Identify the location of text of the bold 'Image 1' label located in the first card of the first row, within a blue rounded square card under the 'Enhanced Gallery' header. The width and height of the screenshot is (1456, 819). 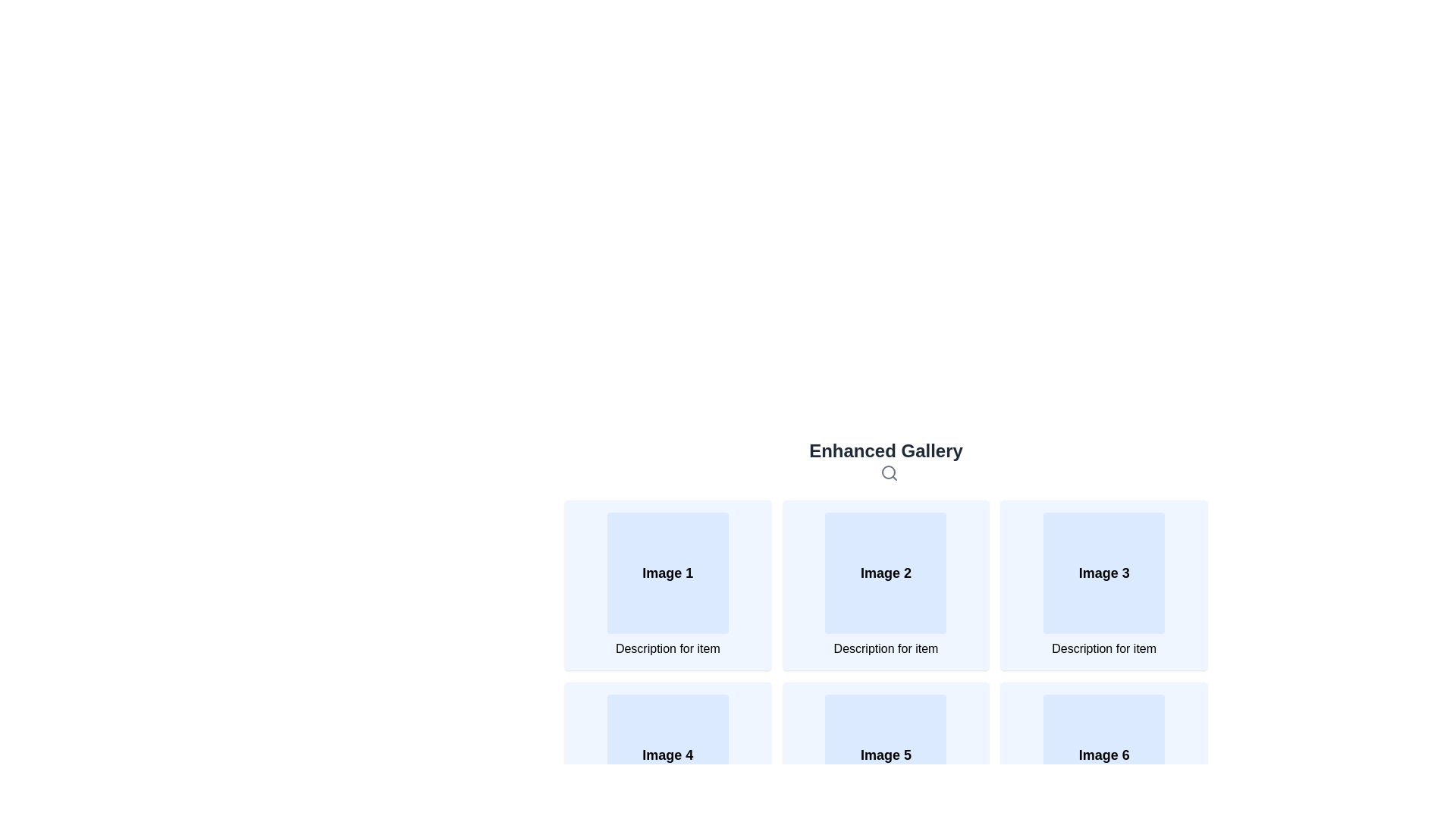
(667, 573).